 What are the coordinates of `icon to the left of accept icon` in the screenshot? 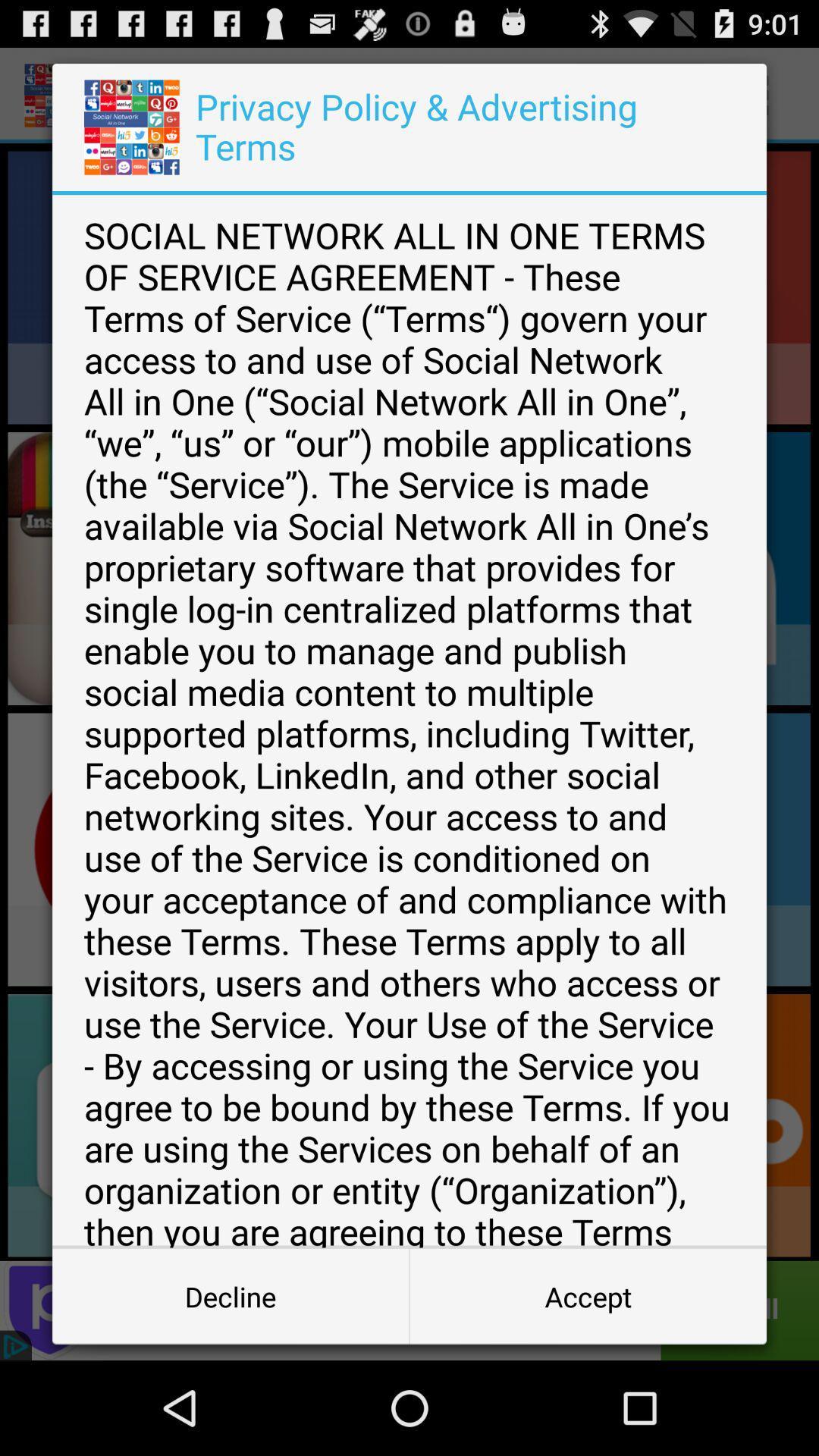 It's located at (231, 1295).